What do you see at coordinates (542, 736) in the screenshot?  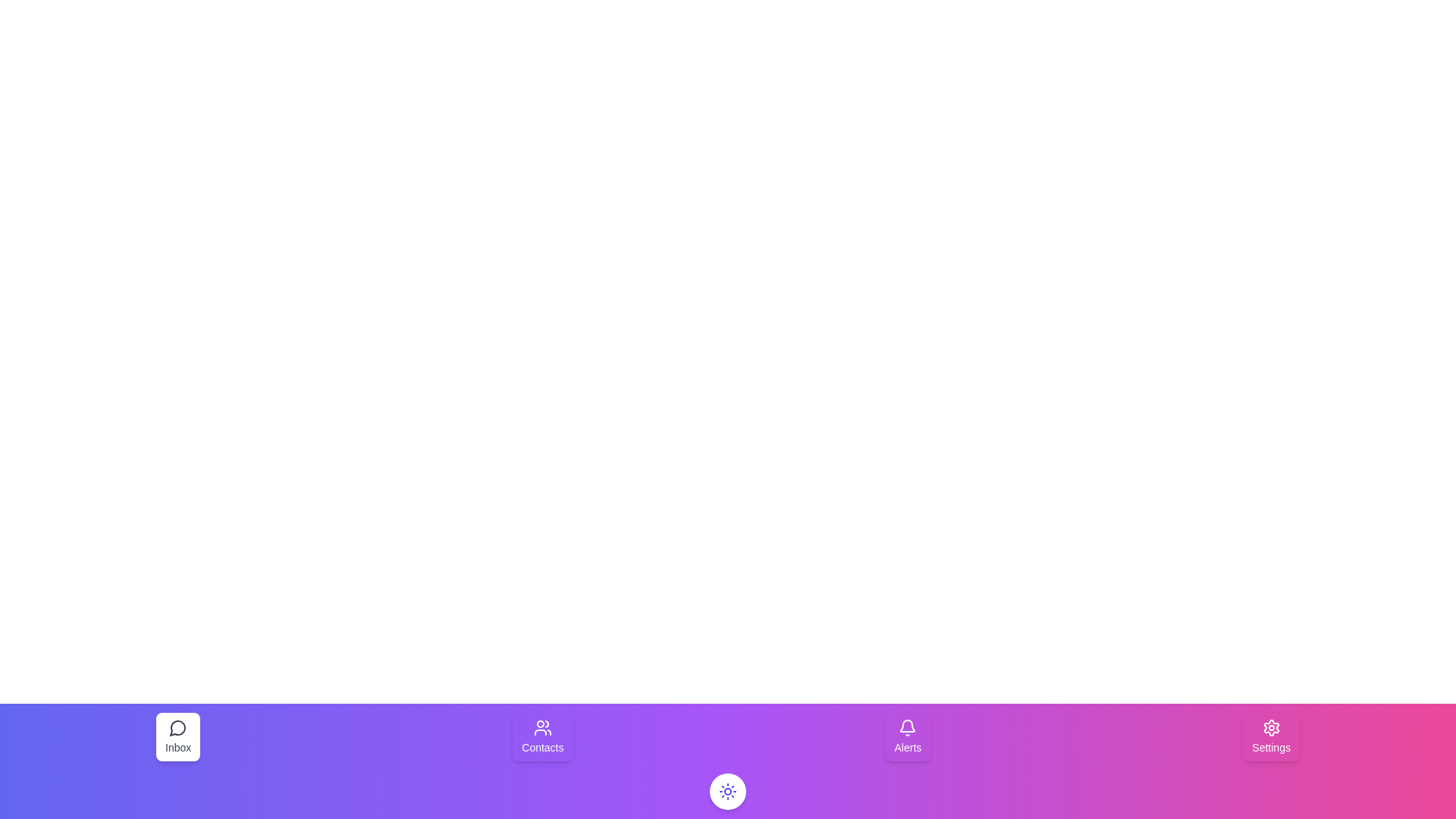 I see `the navigation item Contacts to select it` at bounding box center [542, 736].